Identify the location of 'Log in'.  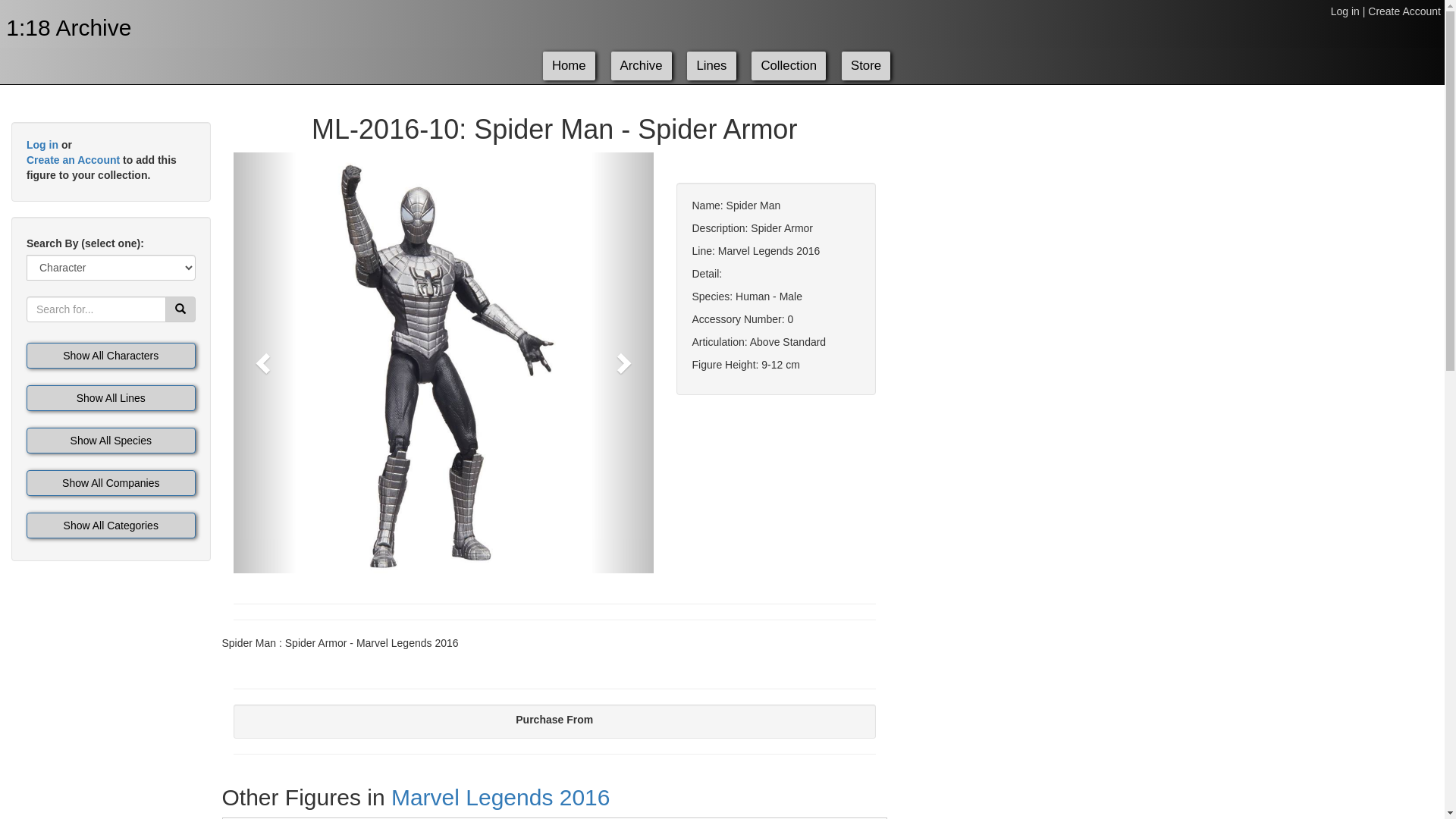
(42, 145).